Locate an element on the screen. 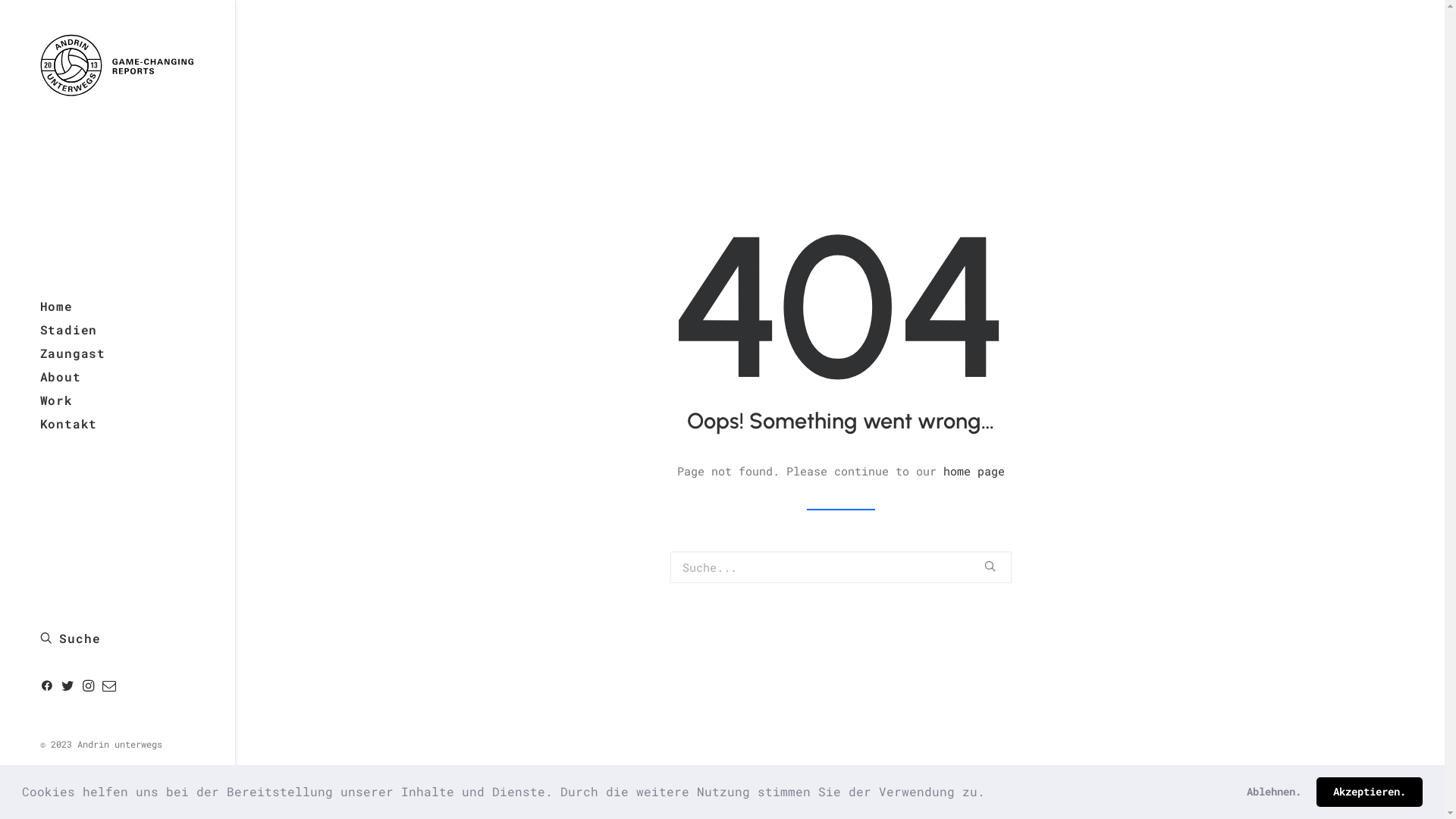  'Impressum' is located at coordinates (64, 785).